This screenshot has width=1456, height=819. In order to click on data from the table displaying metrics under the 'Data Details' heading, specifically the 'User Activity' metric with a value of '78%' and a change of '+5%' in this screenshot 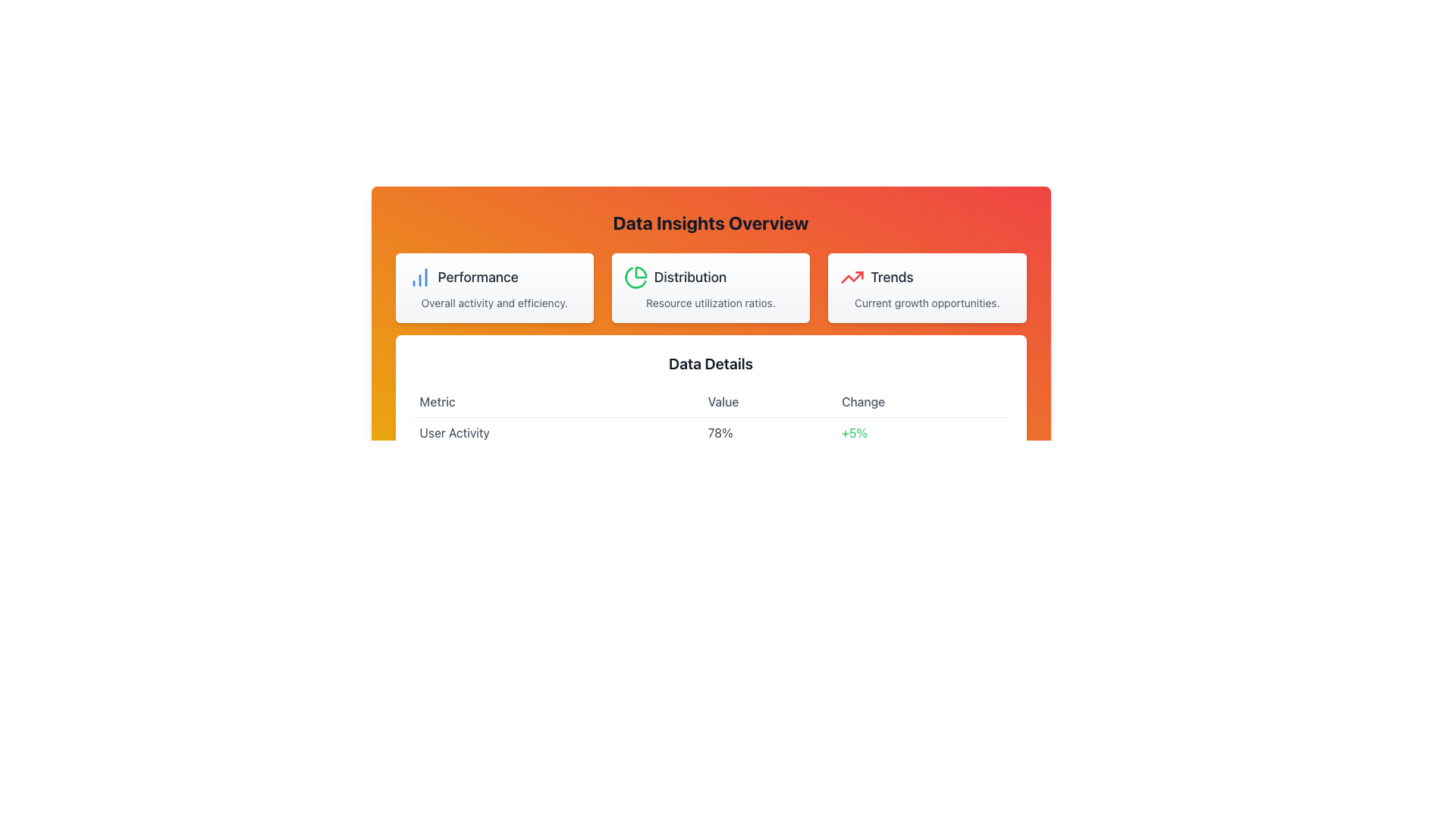, I will do `click(710, 432)`.